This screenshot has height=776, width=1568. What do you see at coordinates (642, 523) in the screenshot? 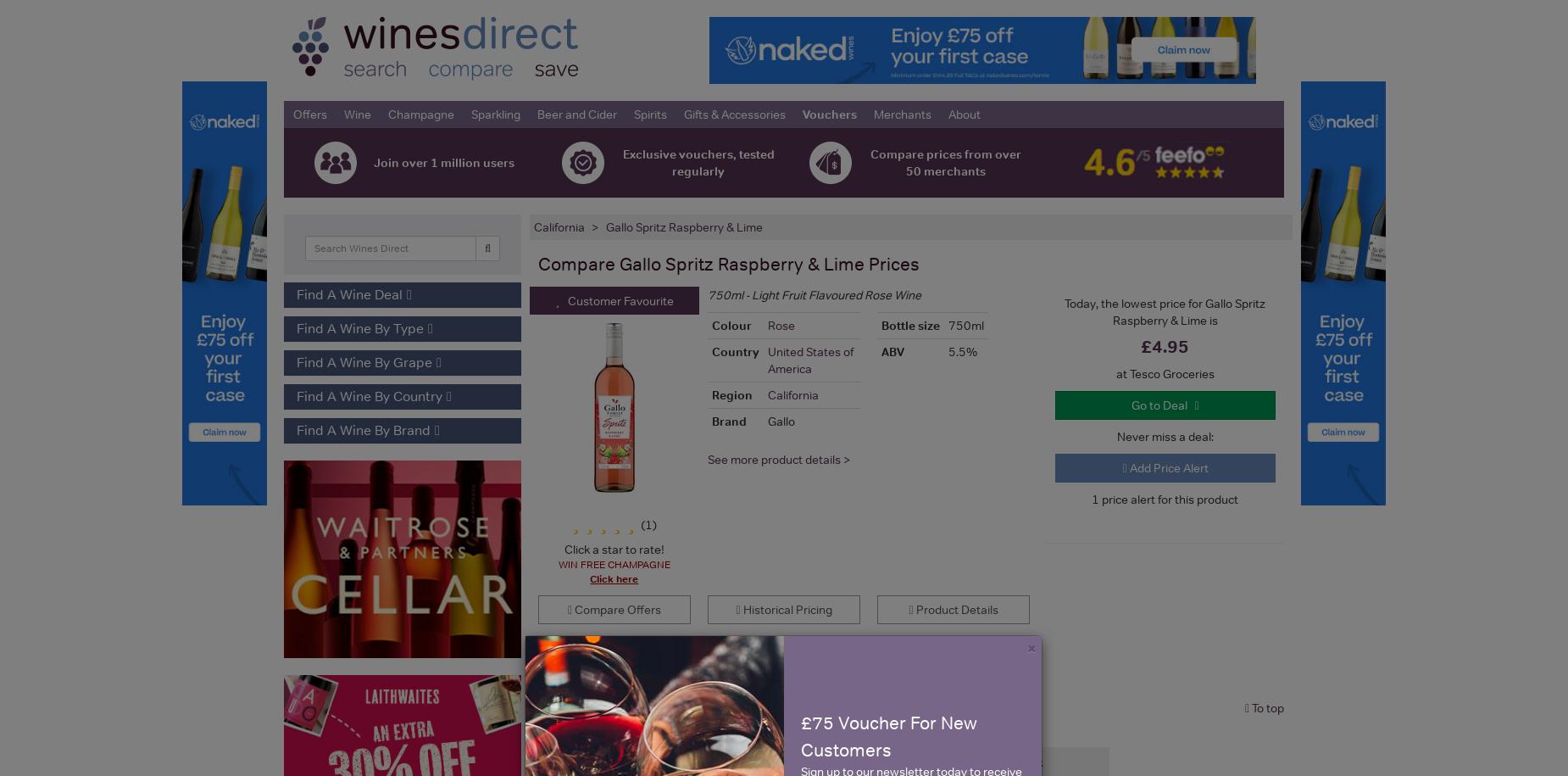
I see `'('` at bounding box center [642, 523].